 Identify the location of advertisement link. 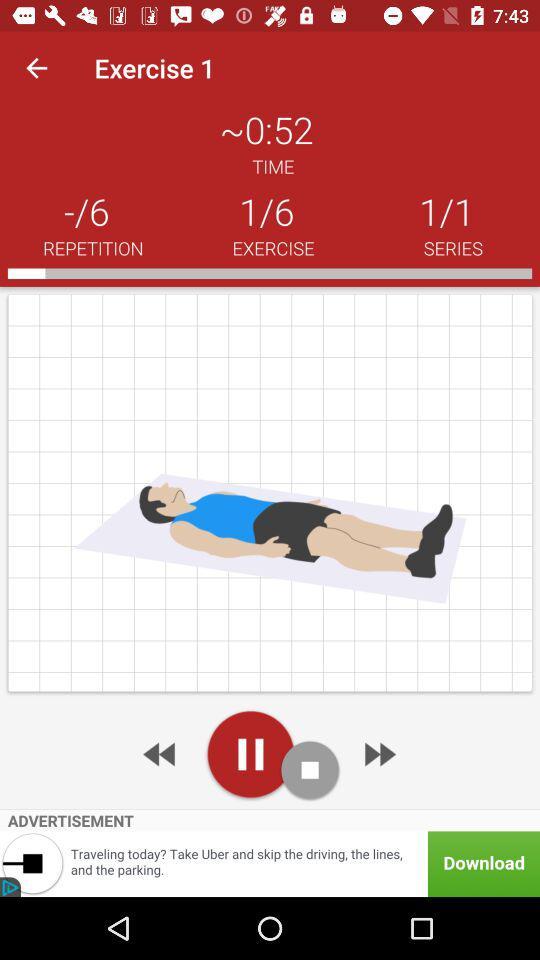
(270, 863).